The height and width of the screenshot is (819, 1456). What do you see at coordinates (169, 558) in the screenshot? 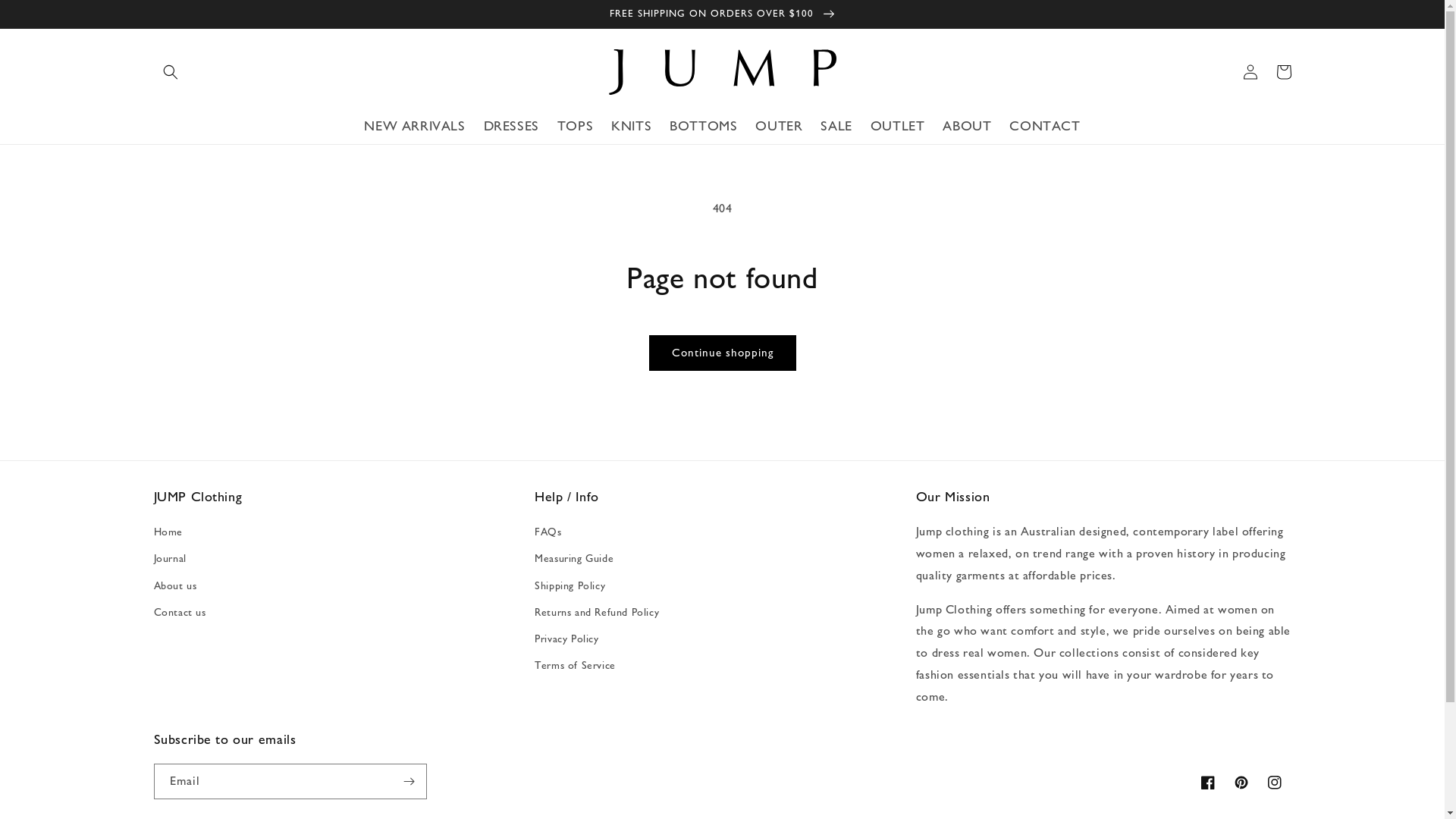
I see `'Journal'` at bounding box center [169, 558].